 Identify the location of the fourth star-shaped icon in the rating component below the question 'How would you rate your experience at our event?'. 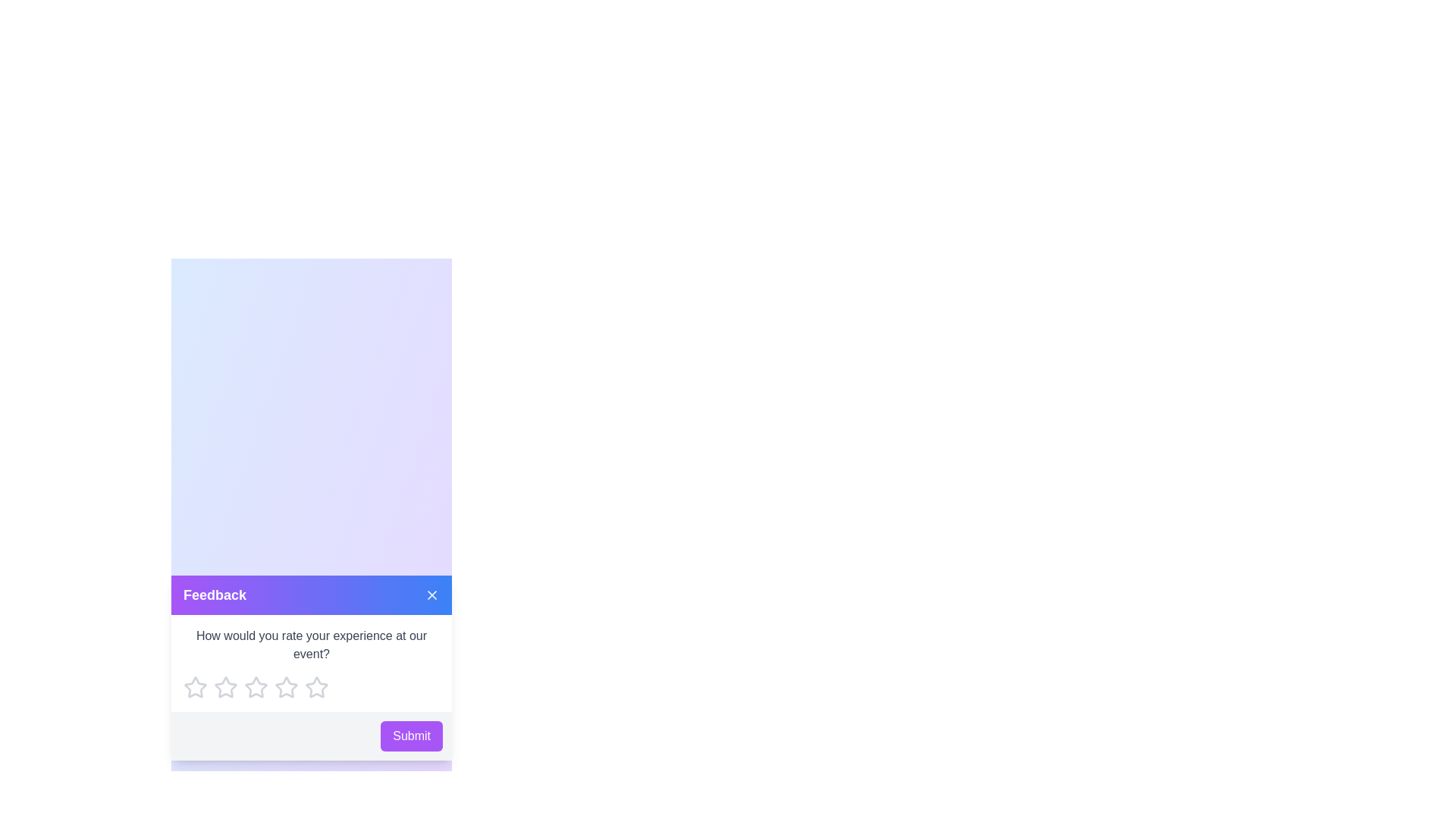
(311, 687).